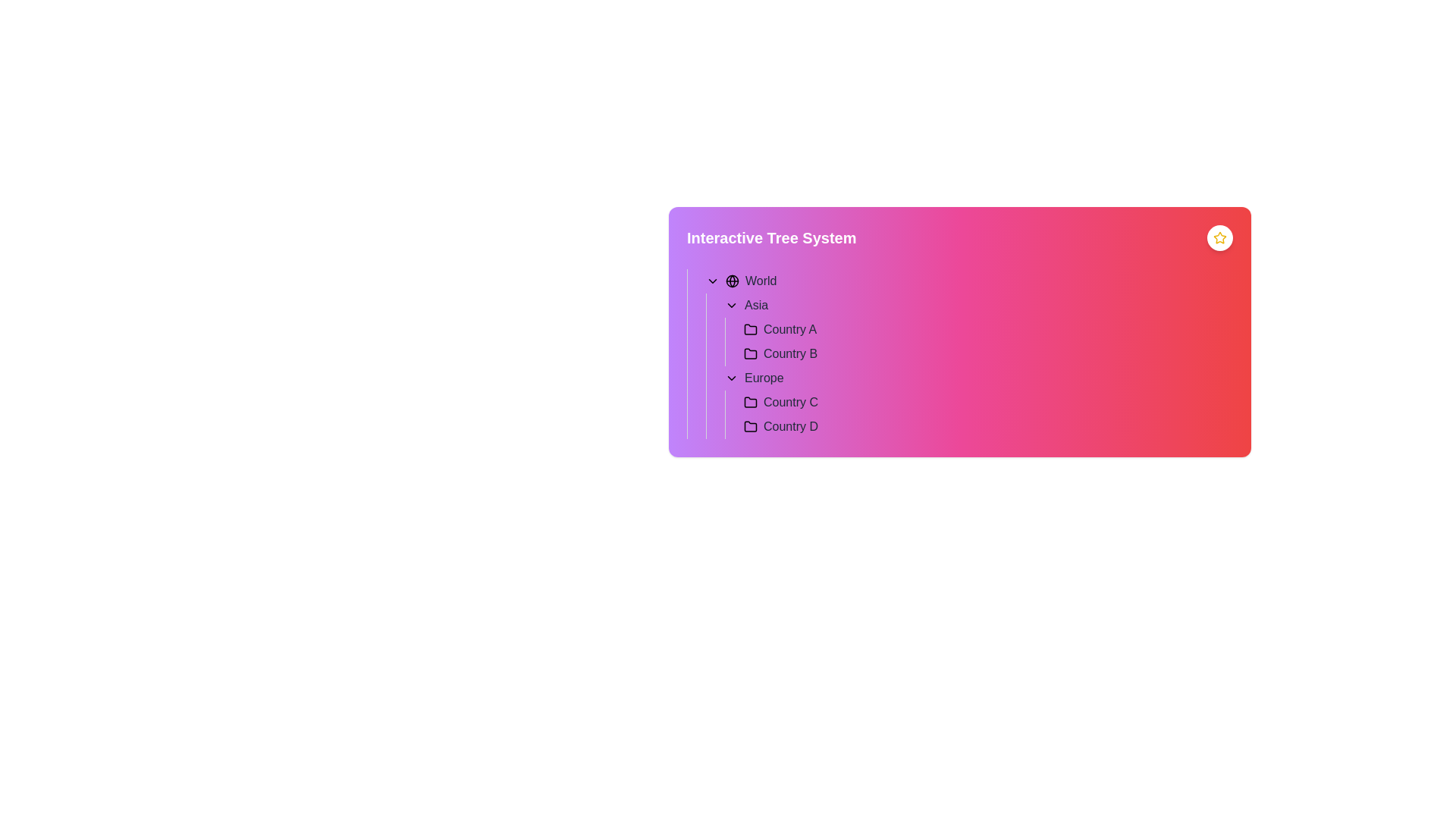 The height and width of the screenshot is (819, 1456). Describe the element at coordinates (1219, 237) in the screenshot. I see `the star icon outlined in yellow with a white fill to favorite or highlight an item` at that location.